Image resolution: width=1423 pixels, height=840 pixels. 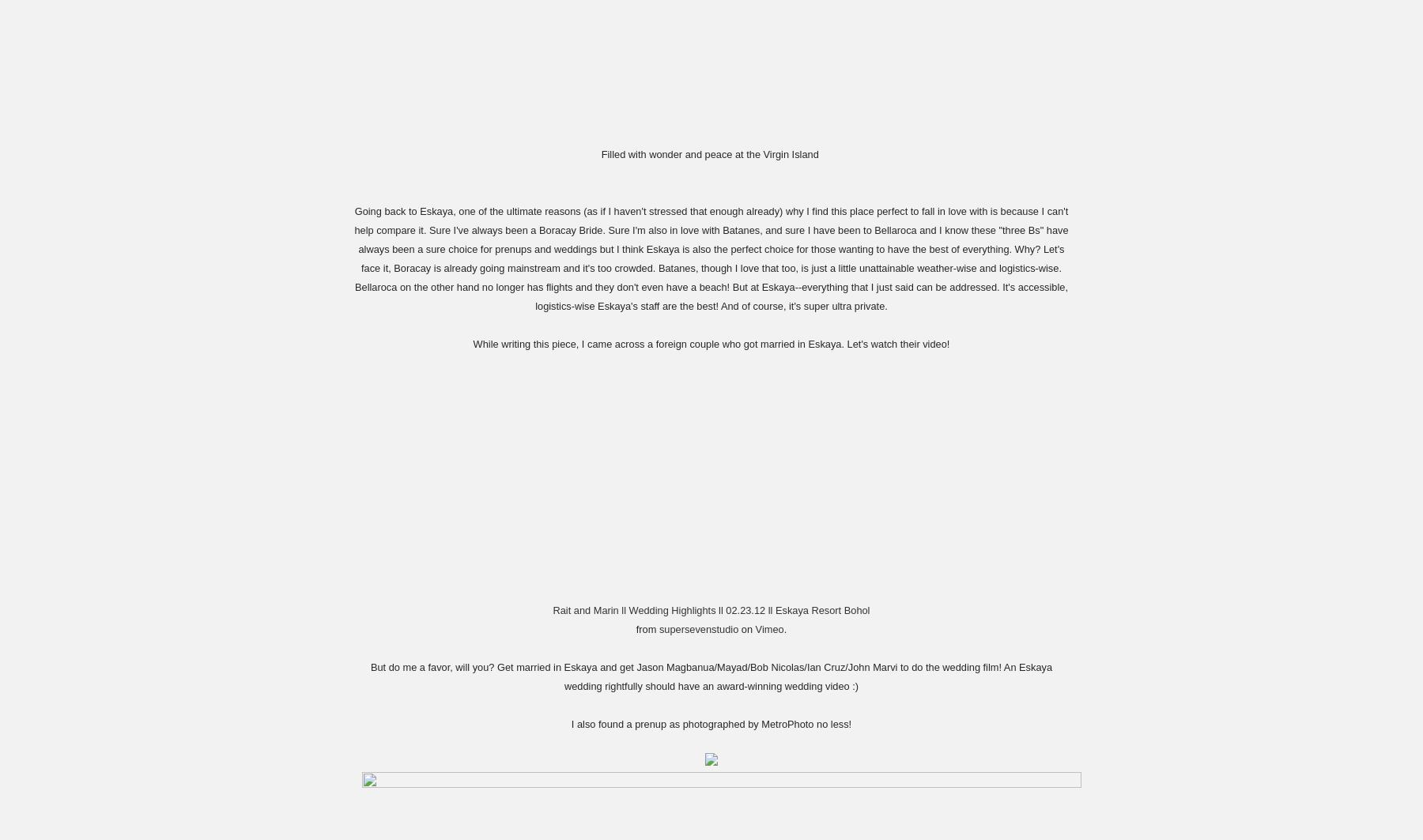 I want to click on 'I also found a prenup as photographed by MetroPhoto no less!', so click(x=711, y=722).